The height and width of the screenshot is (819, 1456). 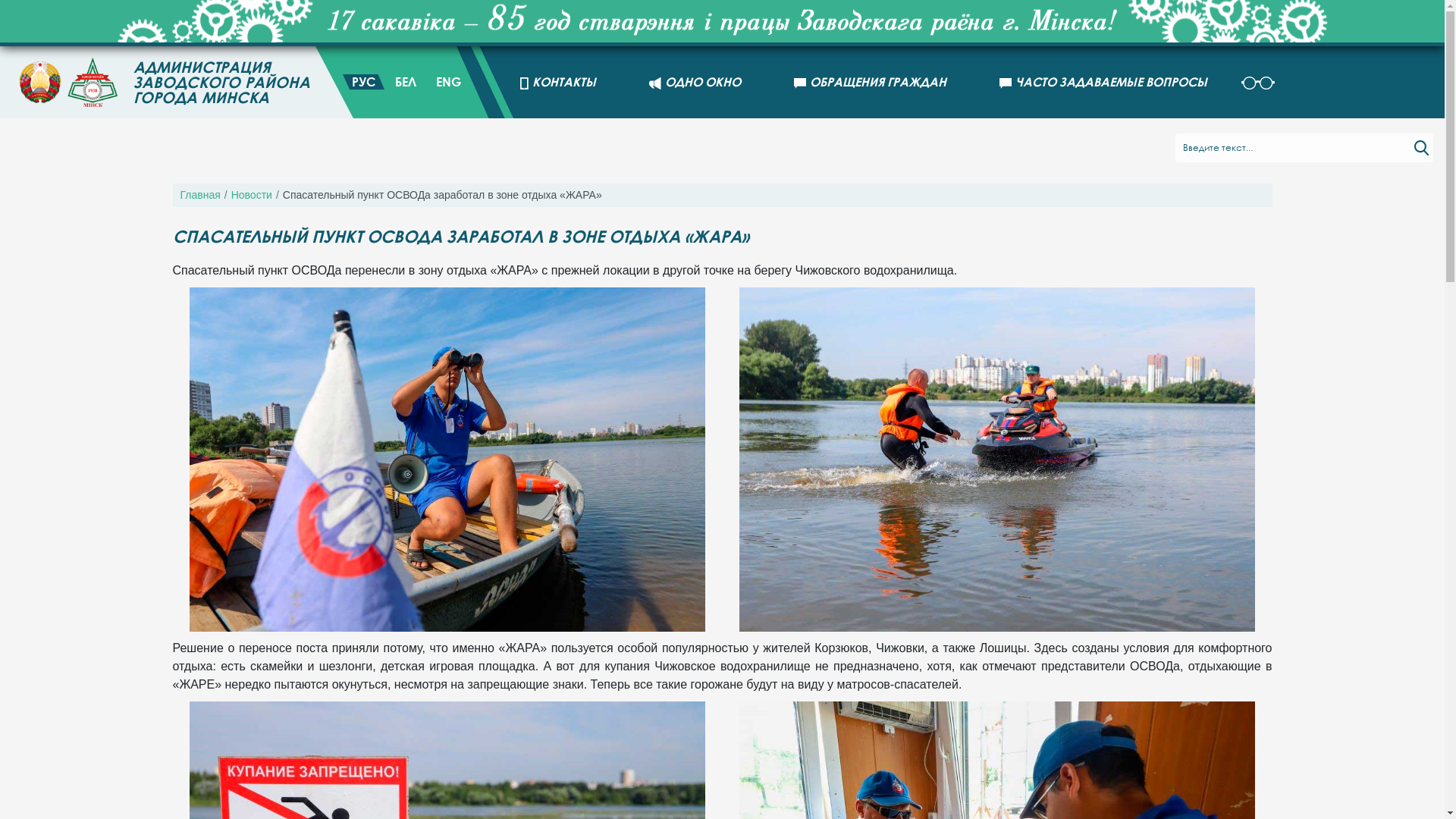 I want to click on 'ENG', so click(x=447, y=82).